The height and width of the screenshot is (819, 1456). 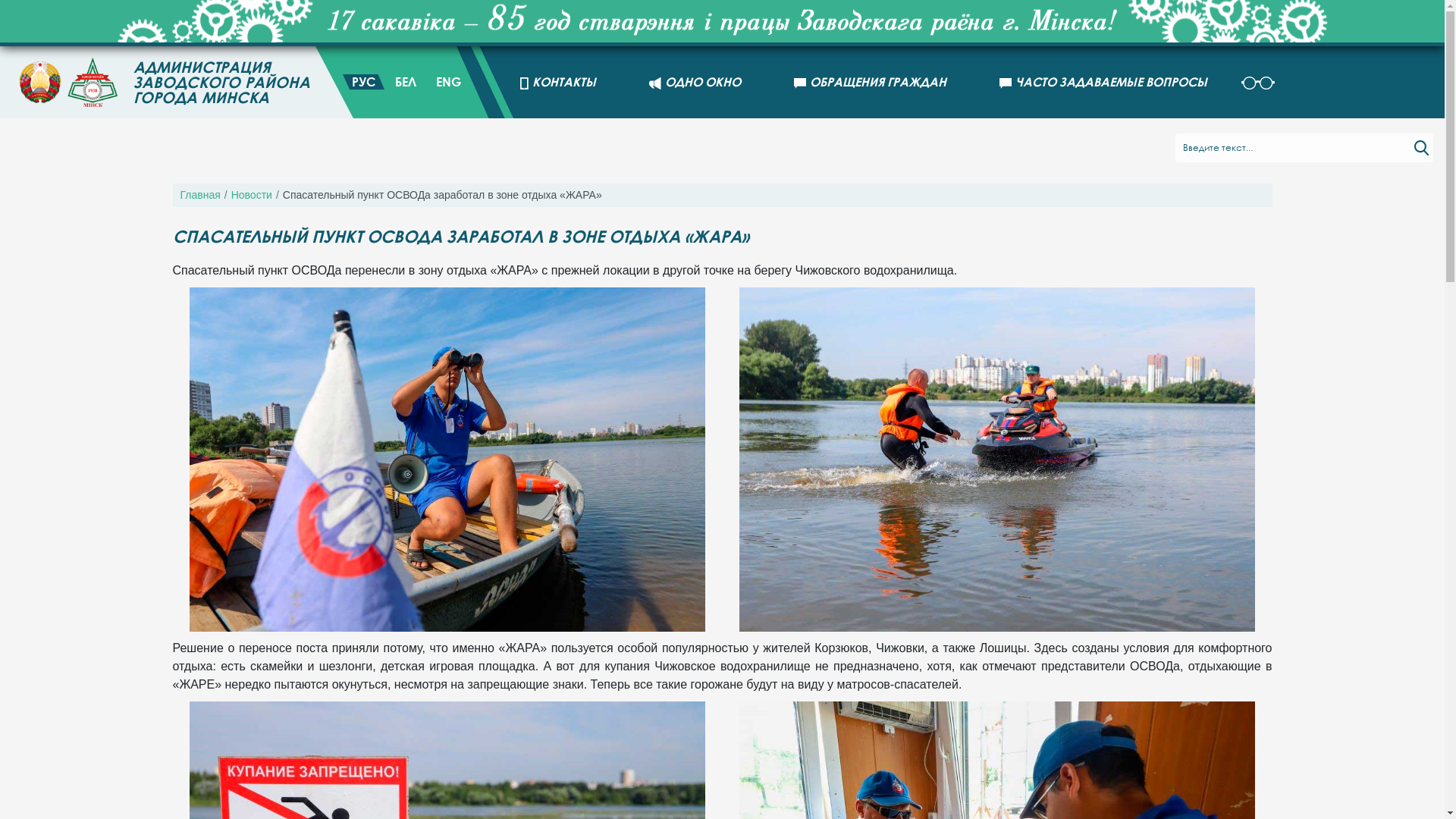 I want to click on 'ENG', so click(x=447, y=82).